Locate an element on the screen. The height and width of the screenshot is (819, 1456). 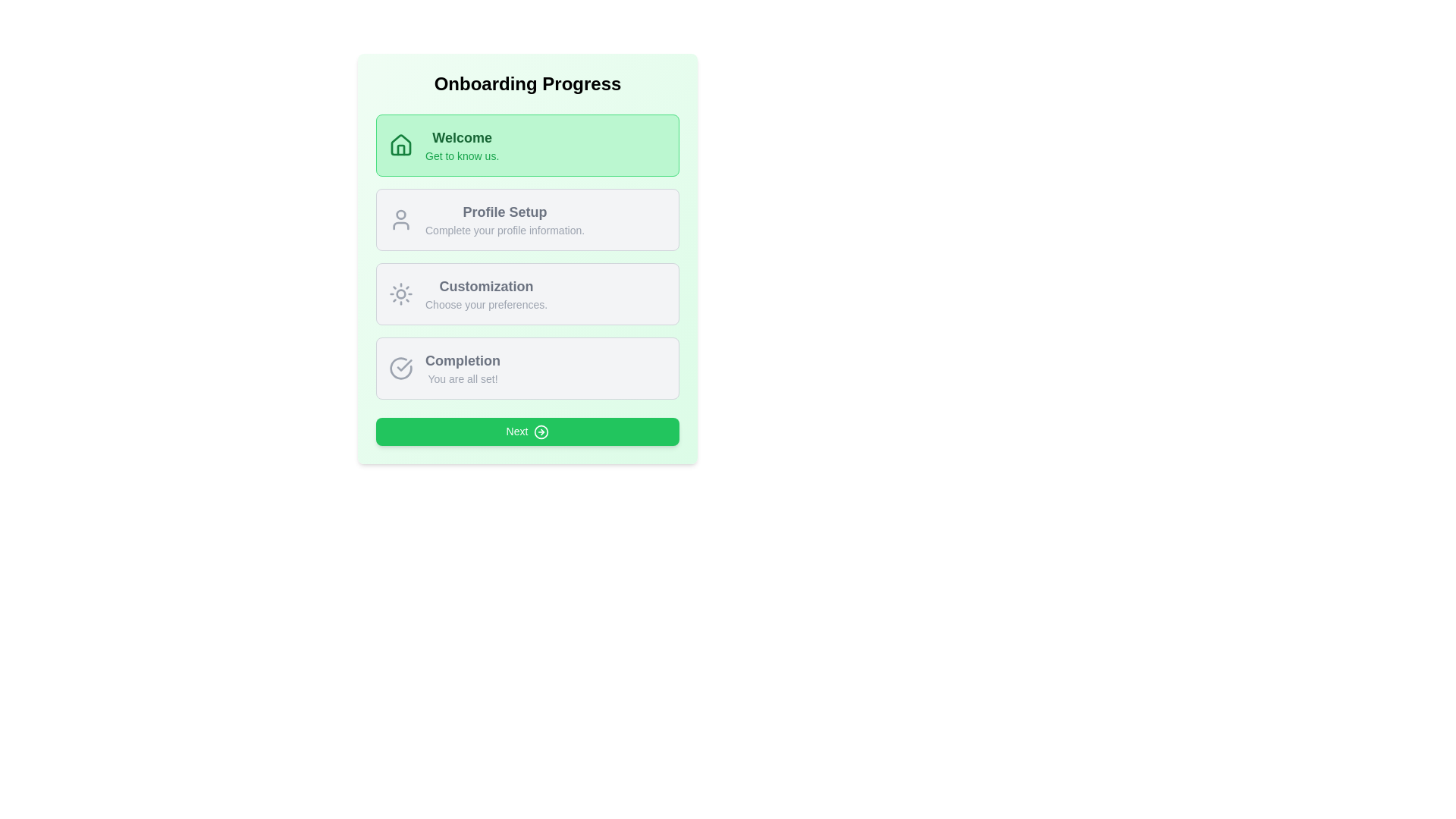
the 'Profile Setup' text label, which is a bold, gray heading-like text element located in the middle of the onboarding card's vertical stack is located at coordinates (505, 212).